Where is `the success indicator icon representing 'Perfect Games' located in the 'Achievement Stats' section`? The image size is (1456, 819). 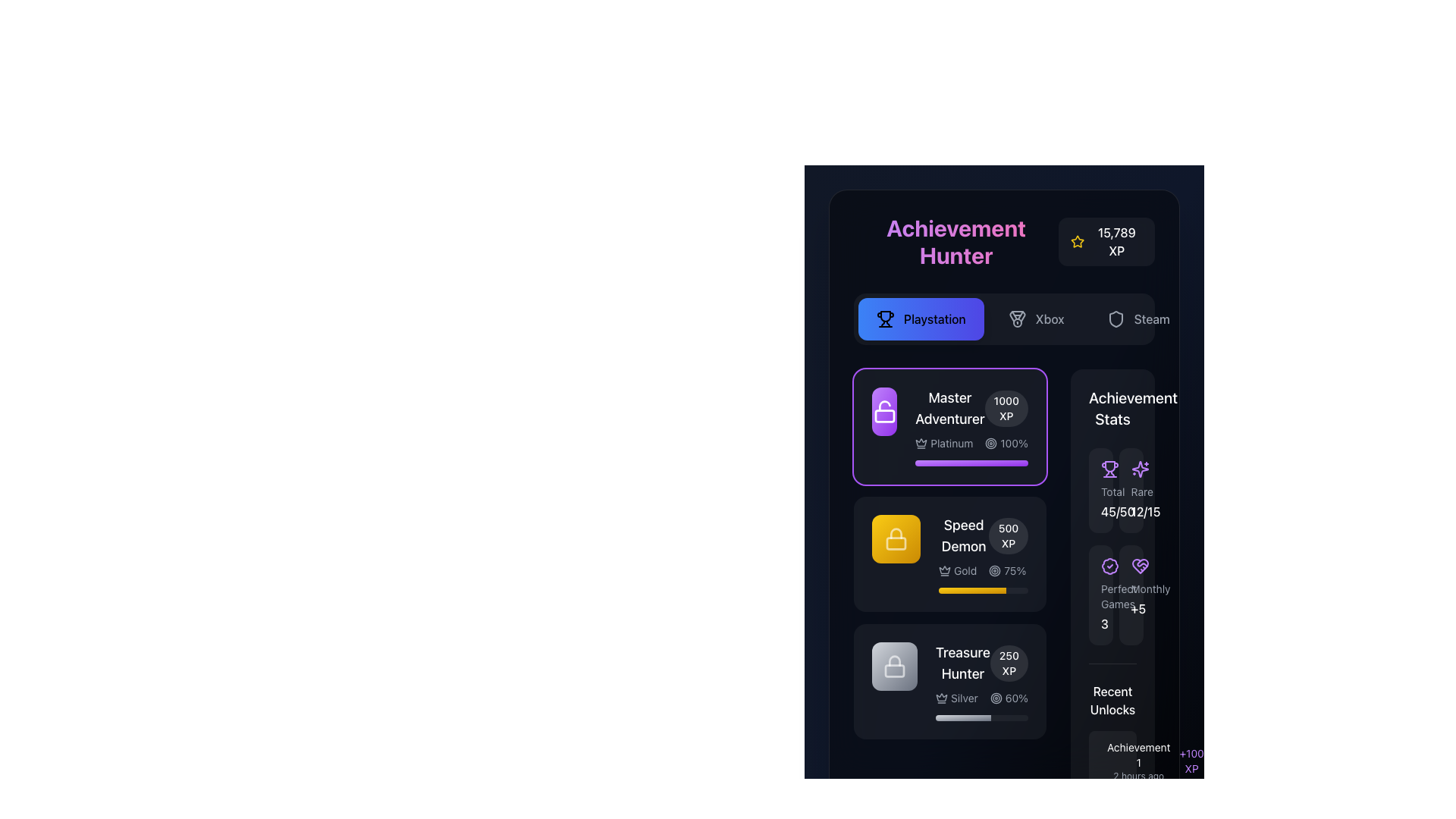 the success indicator icon representing 'Perfect Games' located in the 'Achievement Stats' section is located at coordinates (1110, 566).